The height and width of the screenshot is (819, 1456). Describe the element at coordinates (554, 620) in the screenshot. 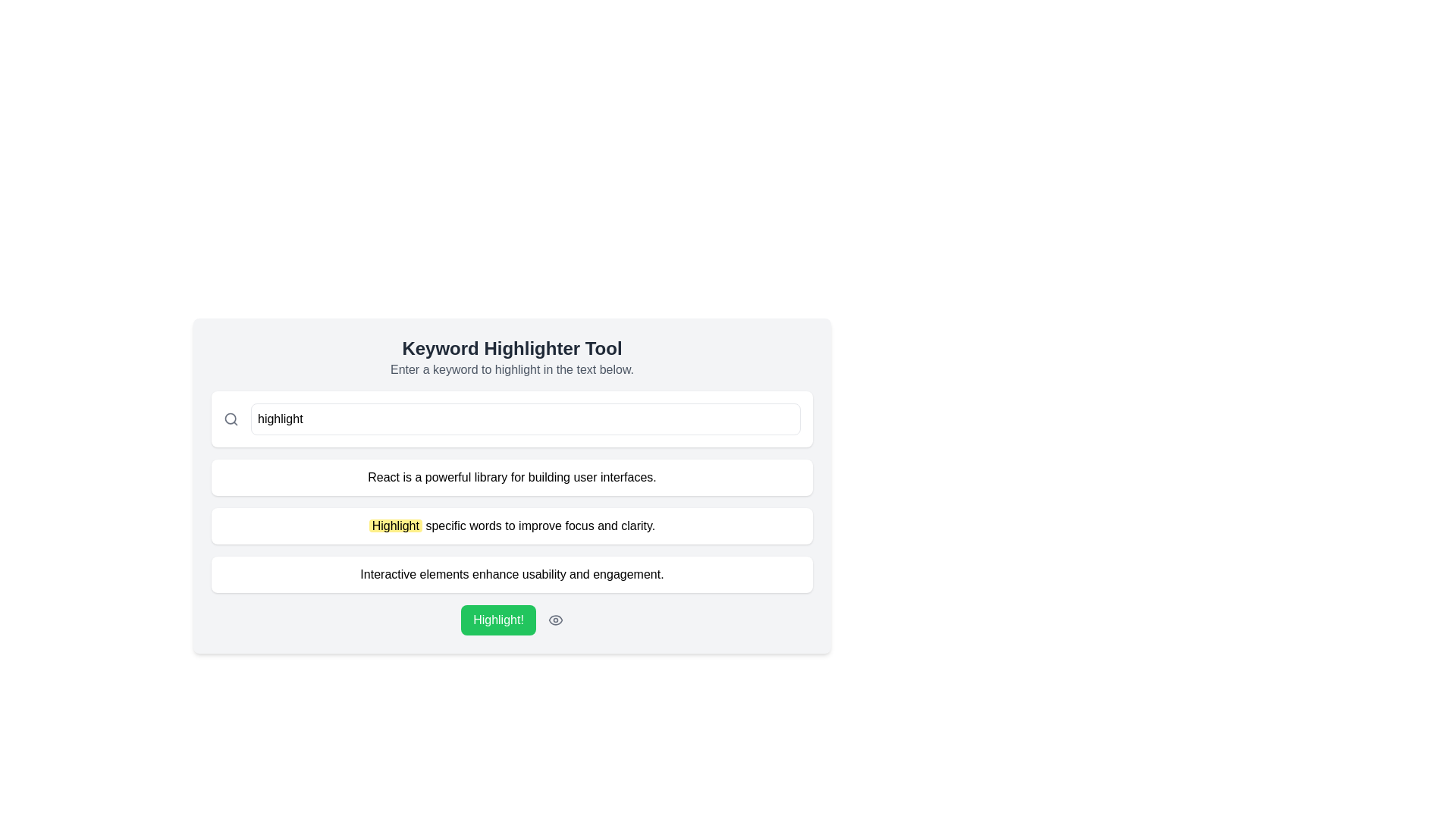

I see `the visibility toggle icon located to the right of the 'Highlight!' button` at that location.